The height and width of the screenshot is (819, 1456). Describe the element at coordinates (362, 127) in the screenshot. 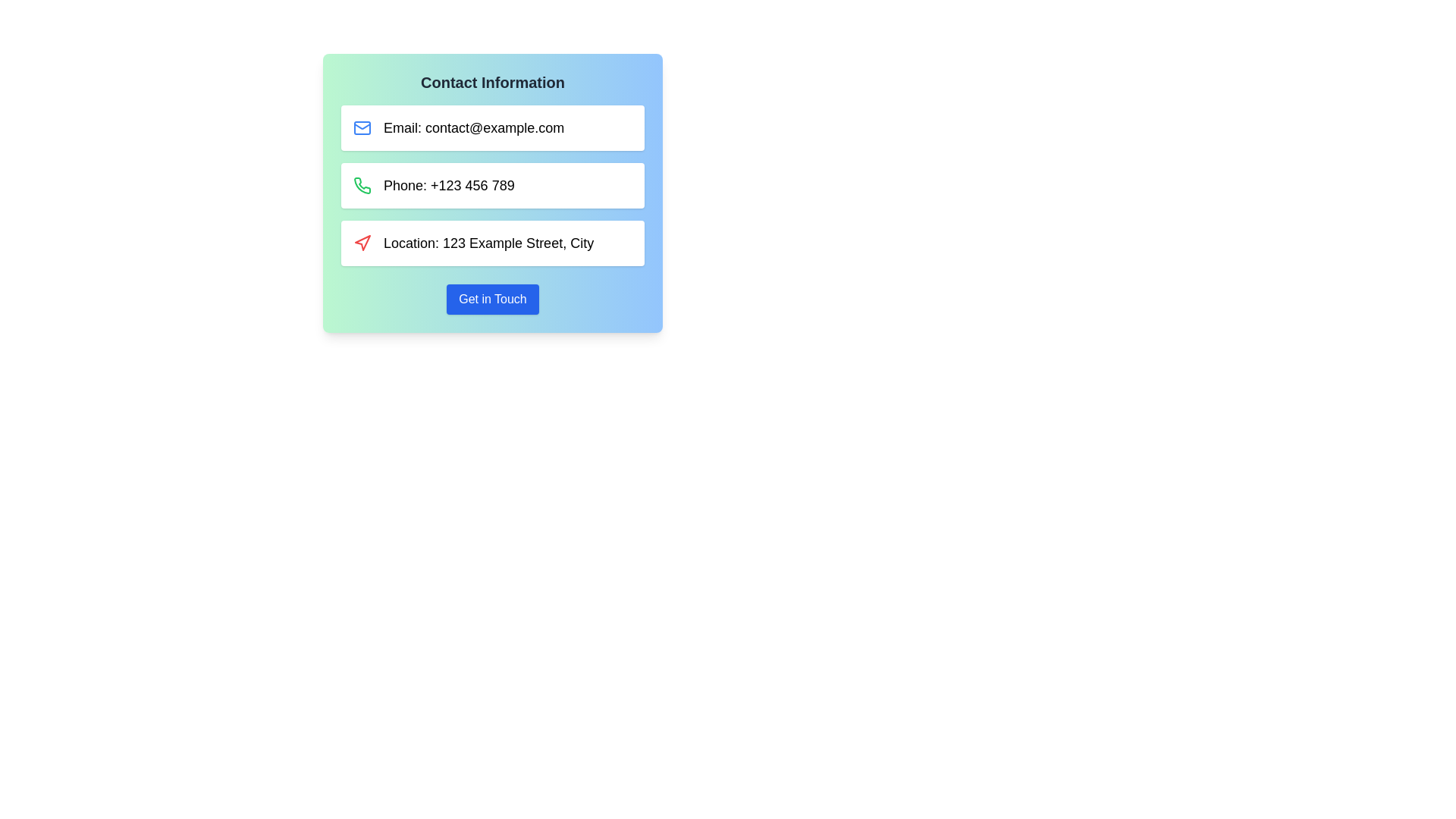

I see `the SVG rectangle component that serves as the background of the envelope icon next to the 'Email: contact@example.com' text field, if it is interactive` at that location.